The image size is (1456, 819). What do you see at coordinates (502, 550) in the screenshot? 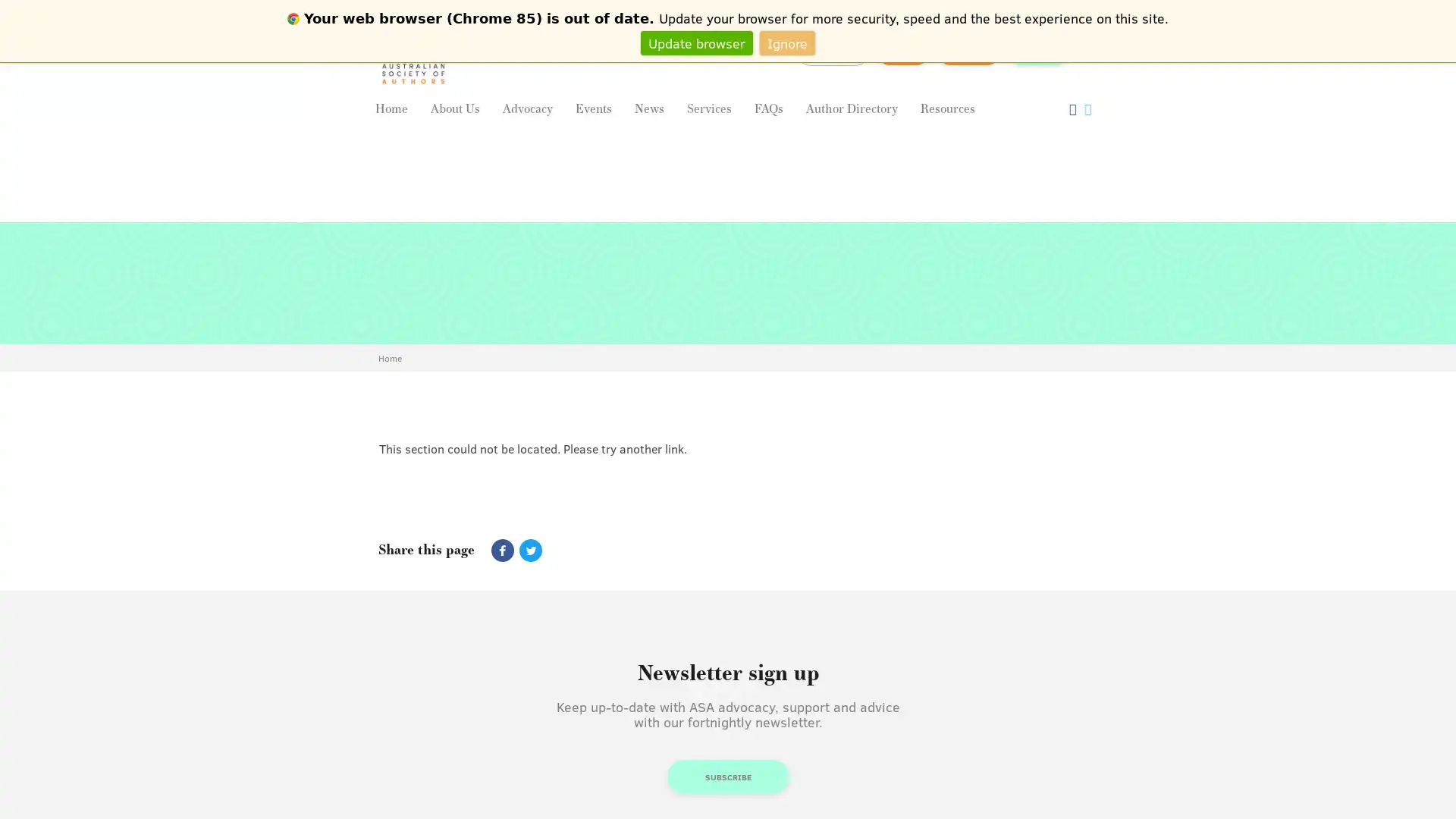
I see `Share to Facebook` at bounding box center [502, 550].